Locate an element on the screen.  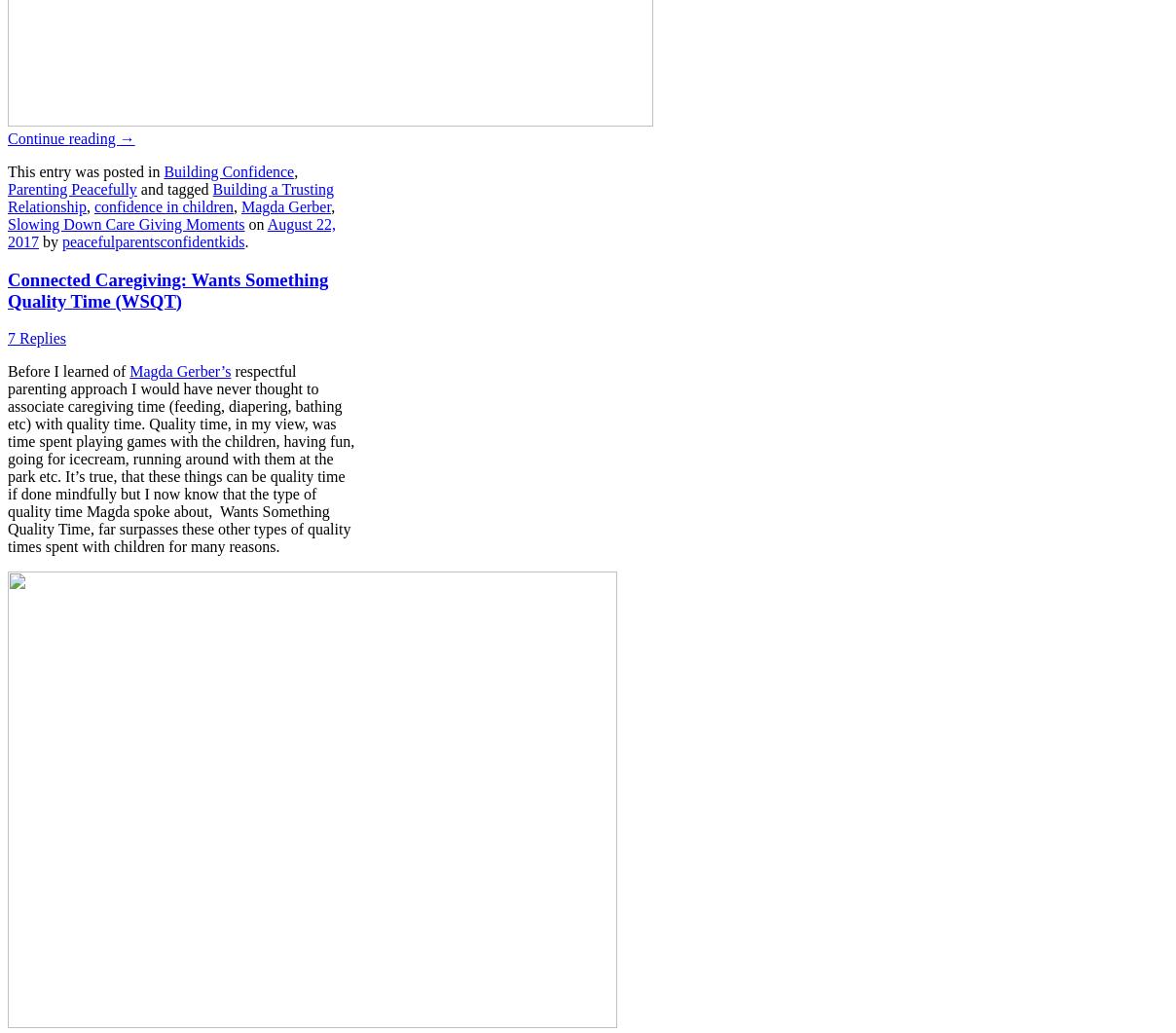
'respectful parenting approach I would have never thought to associate caregiving time (feeding, diapering, bathing etc) with quality time. Quality time, in my view, was time spent playing games with the children, having fun, going for icecream, running around with them at the park etc. It’s true, that these things can be quality time if done mindfully but I now know that the type of quality time Magda spoke about,  Wants Something Quality Time, far surpasses these other types of quality times spent with children for many reasons.' is located at coordinates (181, 459).